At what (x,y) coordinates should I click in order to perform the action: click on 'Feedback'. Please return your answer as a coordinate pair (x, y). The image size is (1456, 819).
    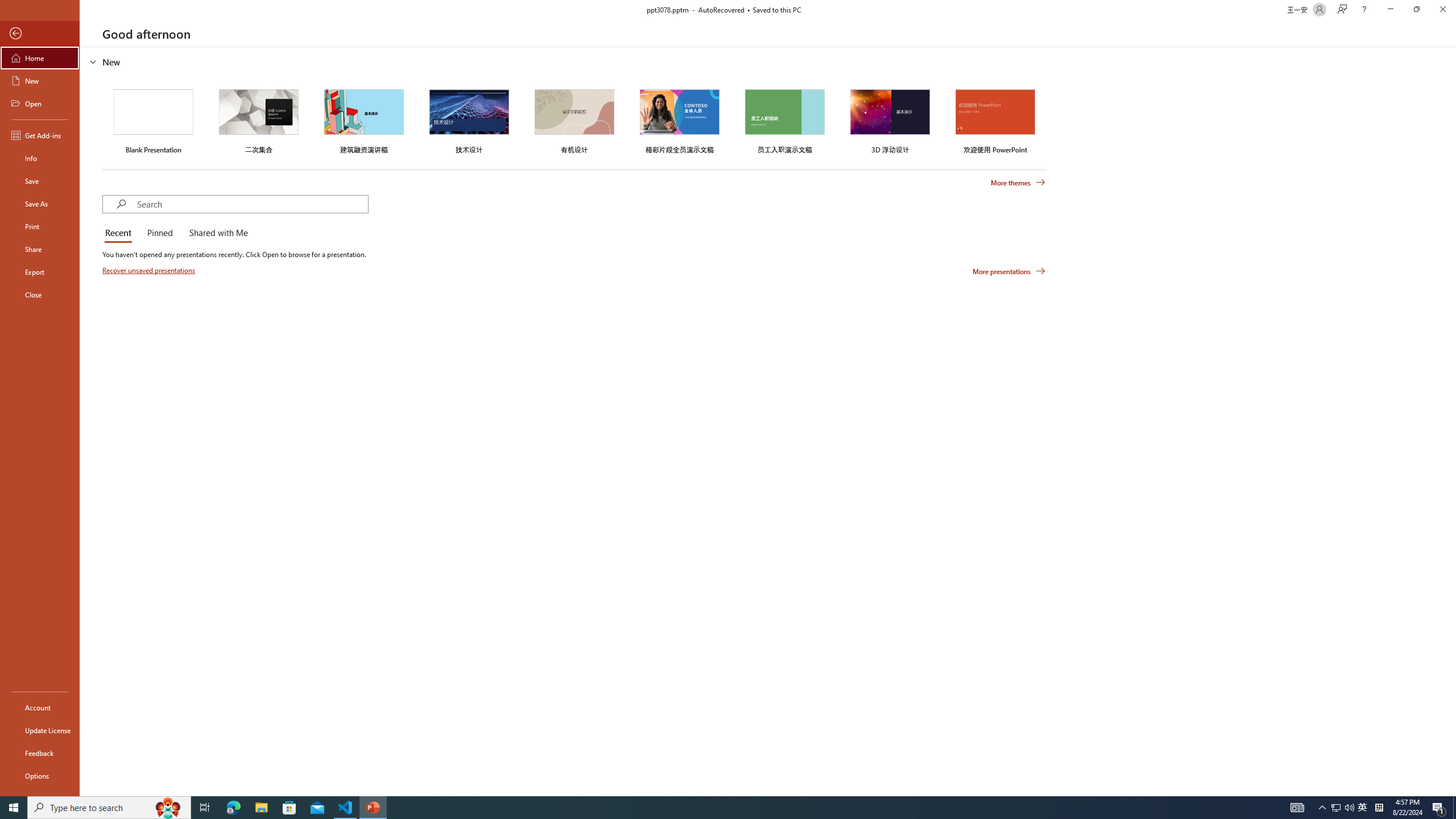
    Looking at the image, I should click on (39, 753).